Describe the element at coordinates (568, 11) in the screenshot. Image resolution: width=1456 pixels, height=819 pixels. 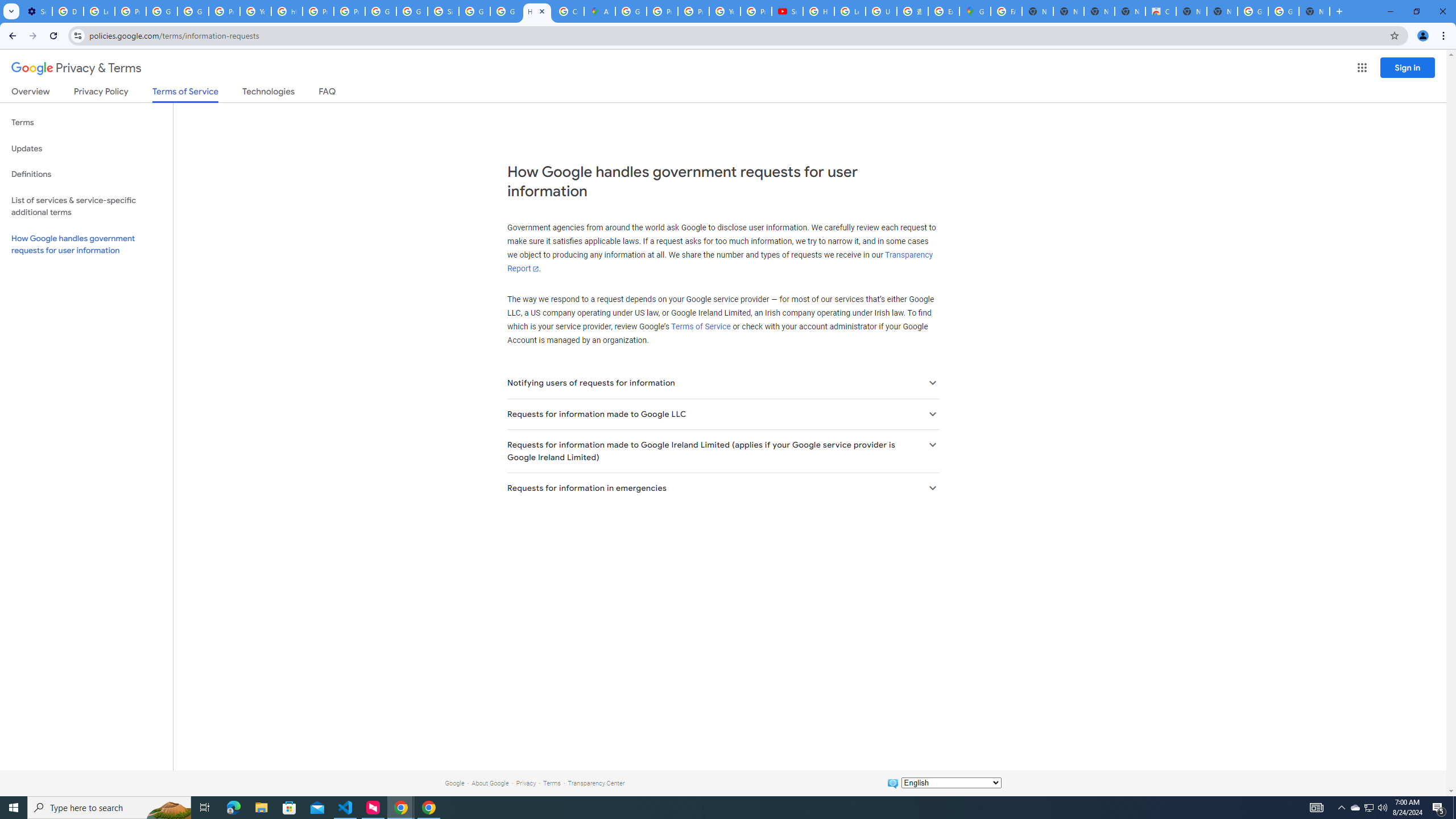
I see `'Create your Google Account'` at that location.